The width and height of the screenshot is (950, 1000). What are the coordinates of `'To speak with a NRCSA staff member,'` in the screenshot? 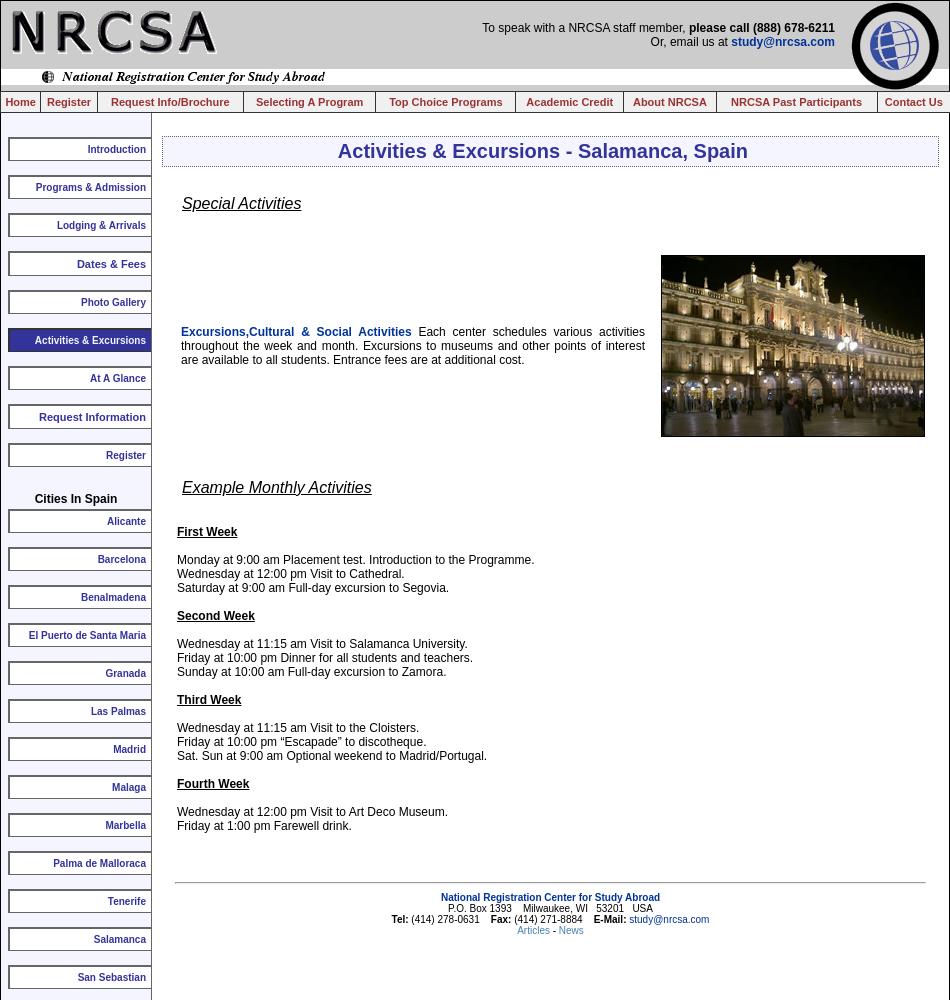 It's located at (585, 28).